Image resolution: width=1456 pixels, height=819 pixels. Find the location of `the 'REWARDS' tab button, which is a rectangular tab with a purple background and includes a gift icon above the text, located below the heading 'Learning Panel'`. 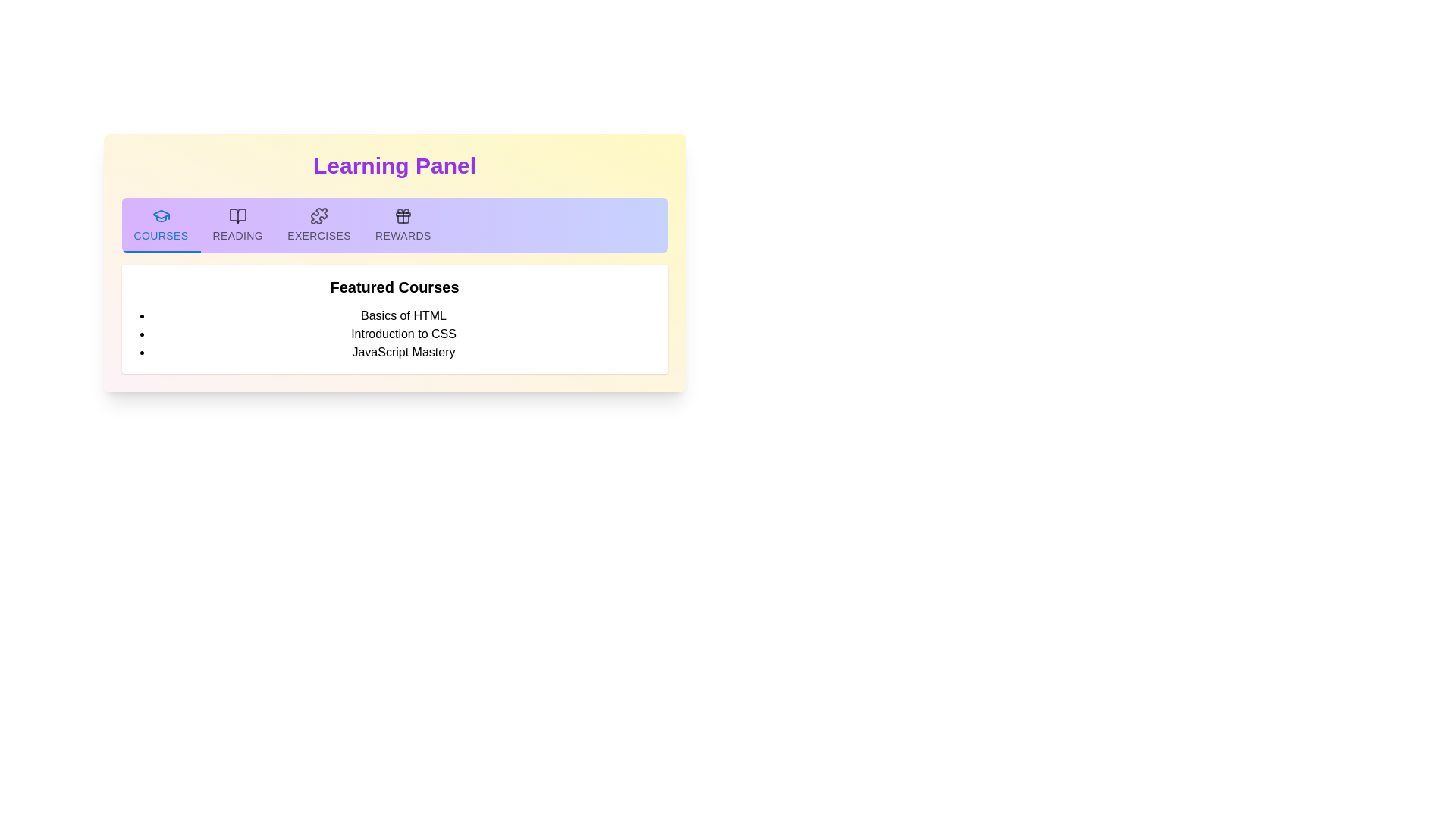

the 'REWARDS' tab button, which is a rectangular tab with a purple background and includes a gift icon above the text, located below the heading 'Learning Panel' is located at coordinates (403, 225).